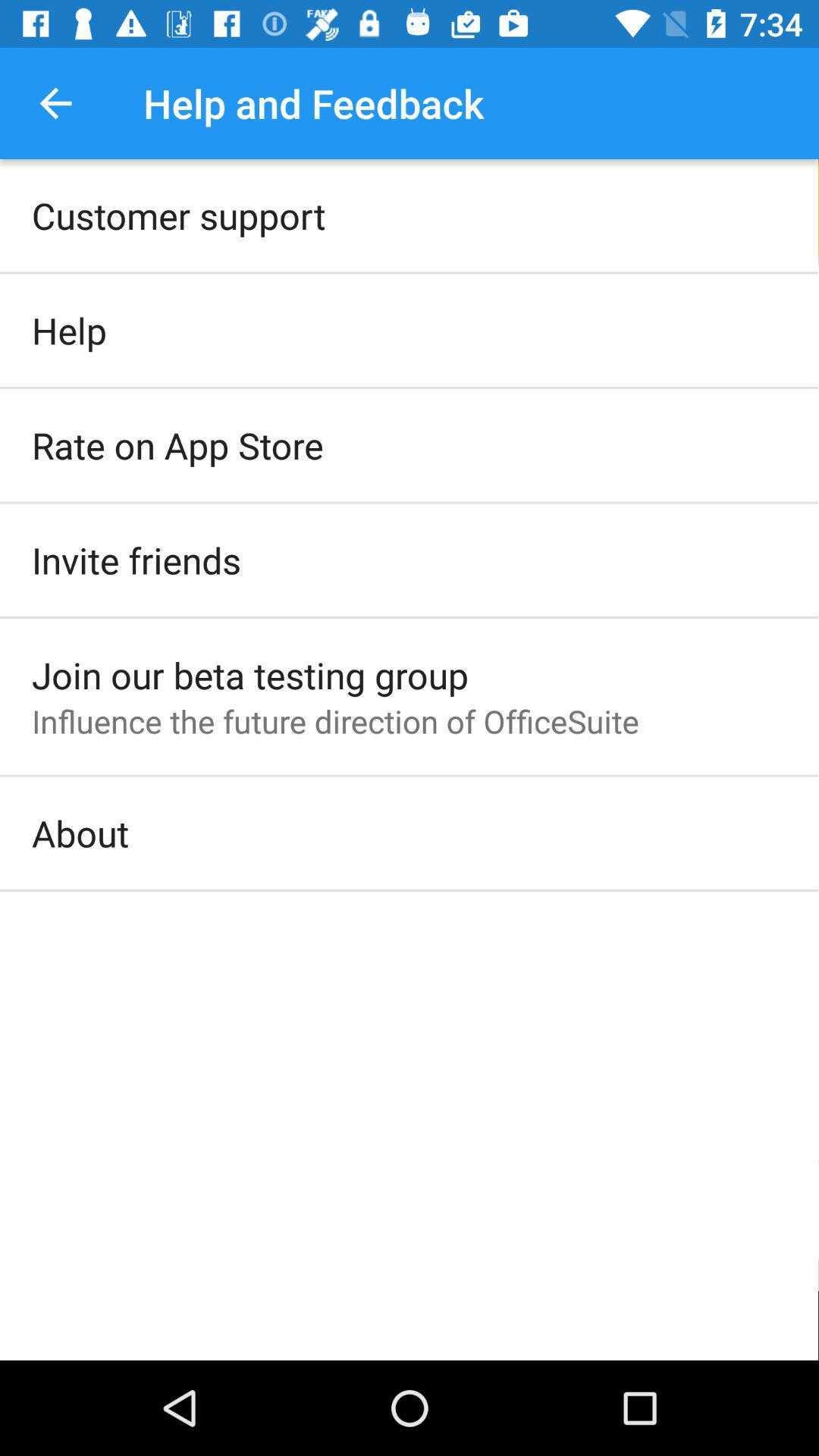 The image size is (819, 1456). Describe the element at coordinates (55, 102) in the screenshot. I see `the item next to help and feedback item` at that location.